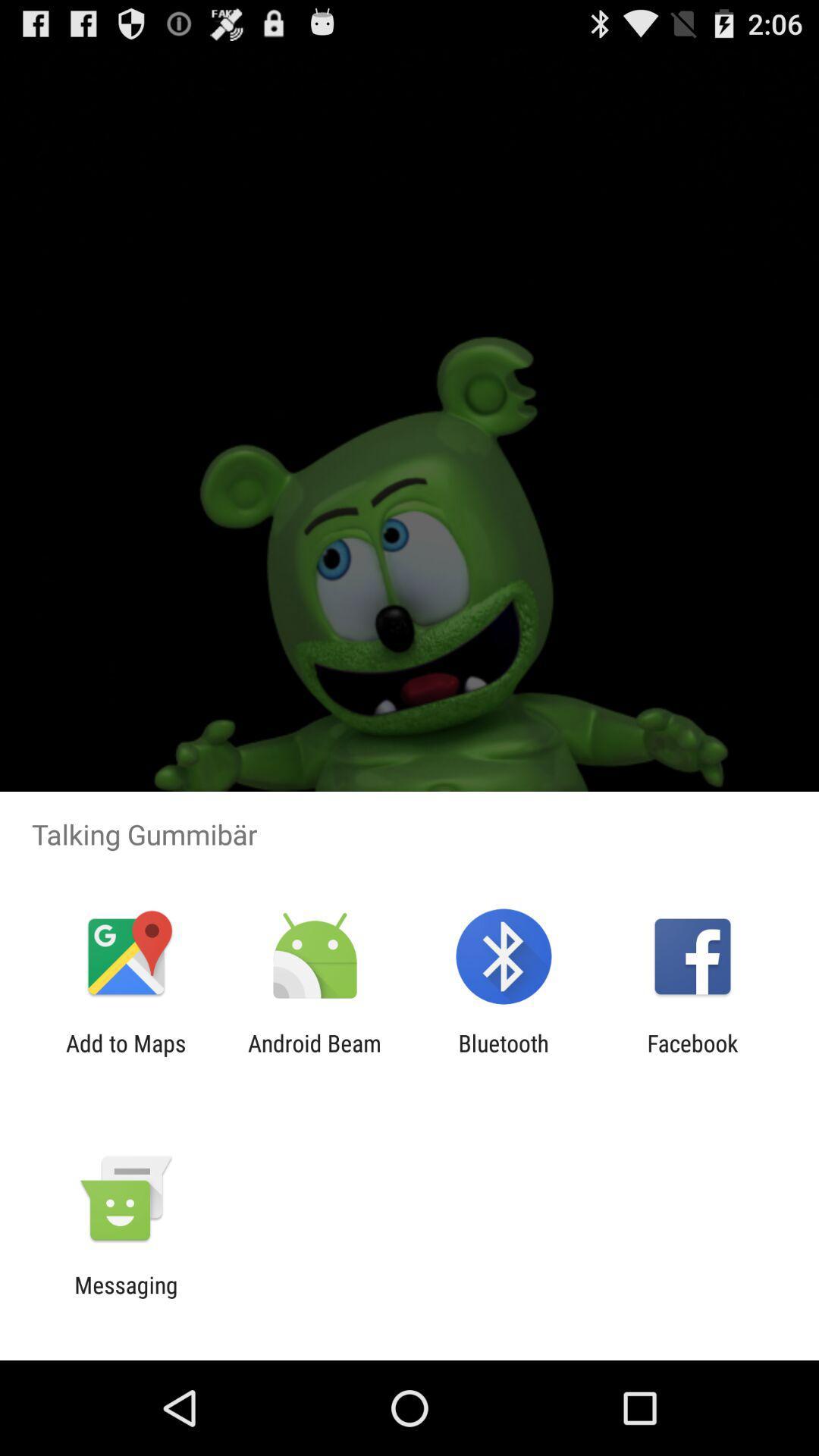  Describe the element at coordinates (125, 1298) in the screenshot. I see `the messaging` at that location.